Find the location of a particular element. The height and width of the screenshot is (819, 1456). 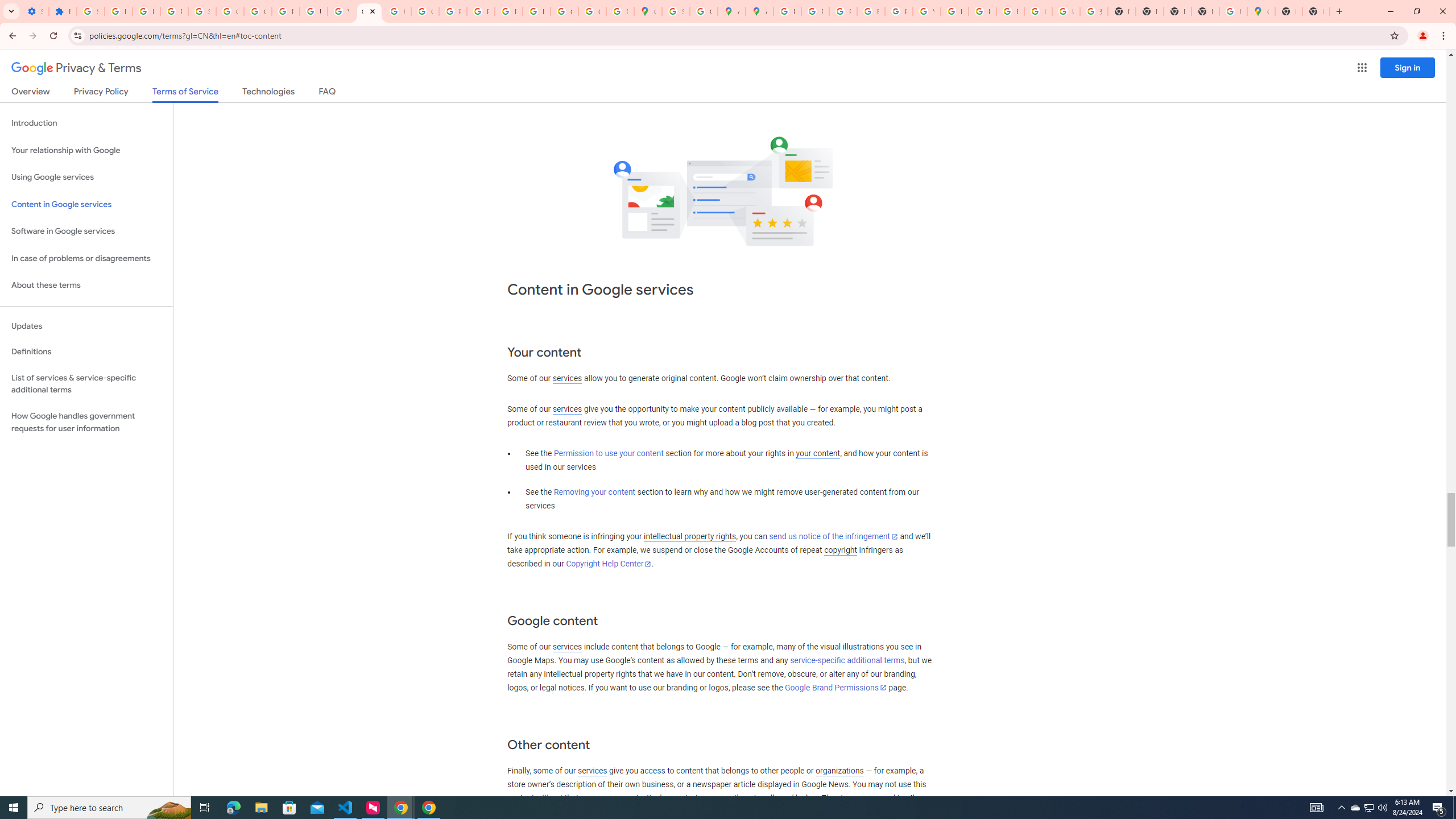

'YouTube' is located at coordinates (926, 11).